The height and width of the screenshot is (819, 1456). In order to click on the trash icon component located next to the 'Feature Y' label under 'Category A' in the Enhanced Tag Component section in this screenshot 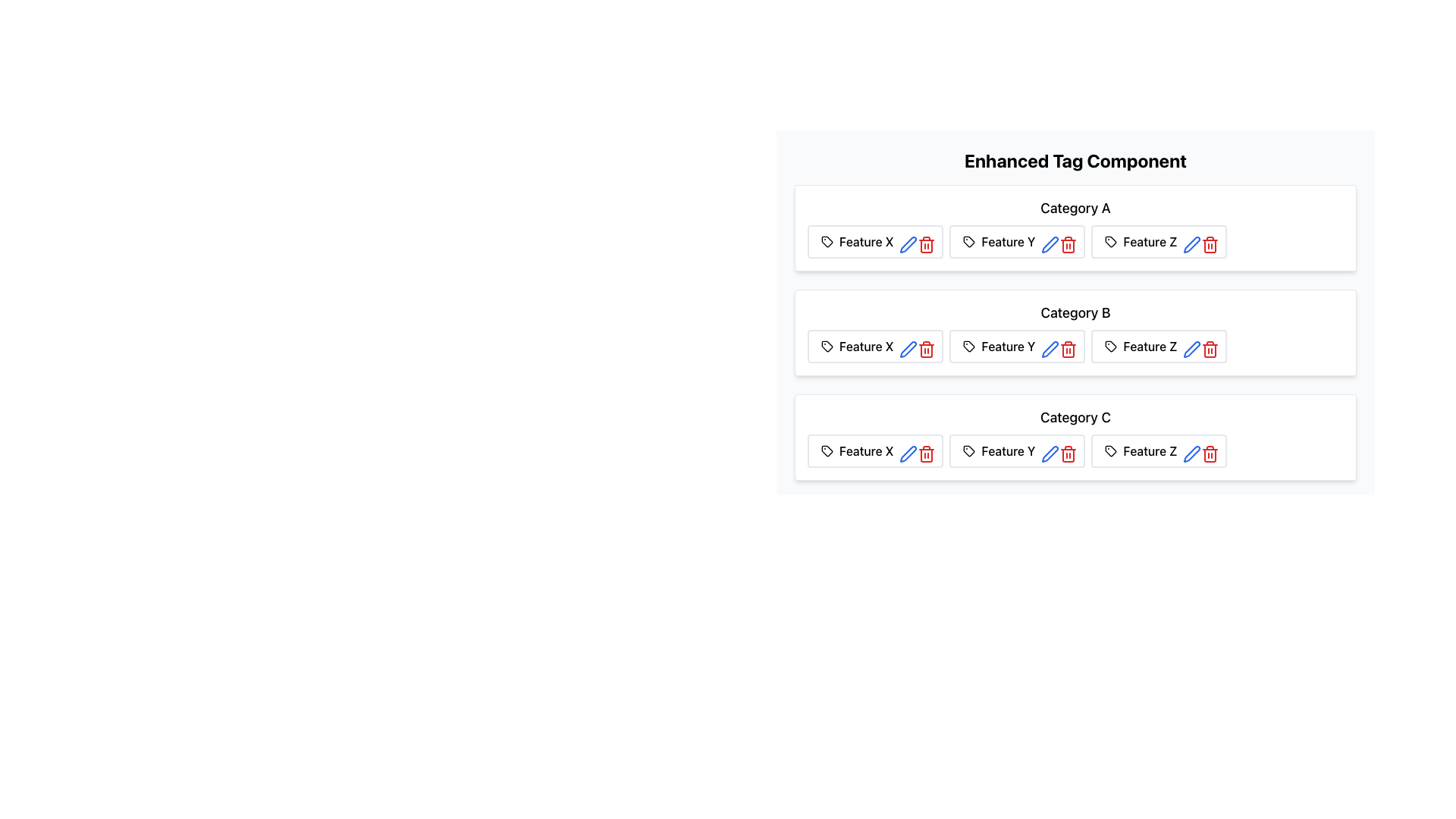, I will do `click(1068, 245)`.